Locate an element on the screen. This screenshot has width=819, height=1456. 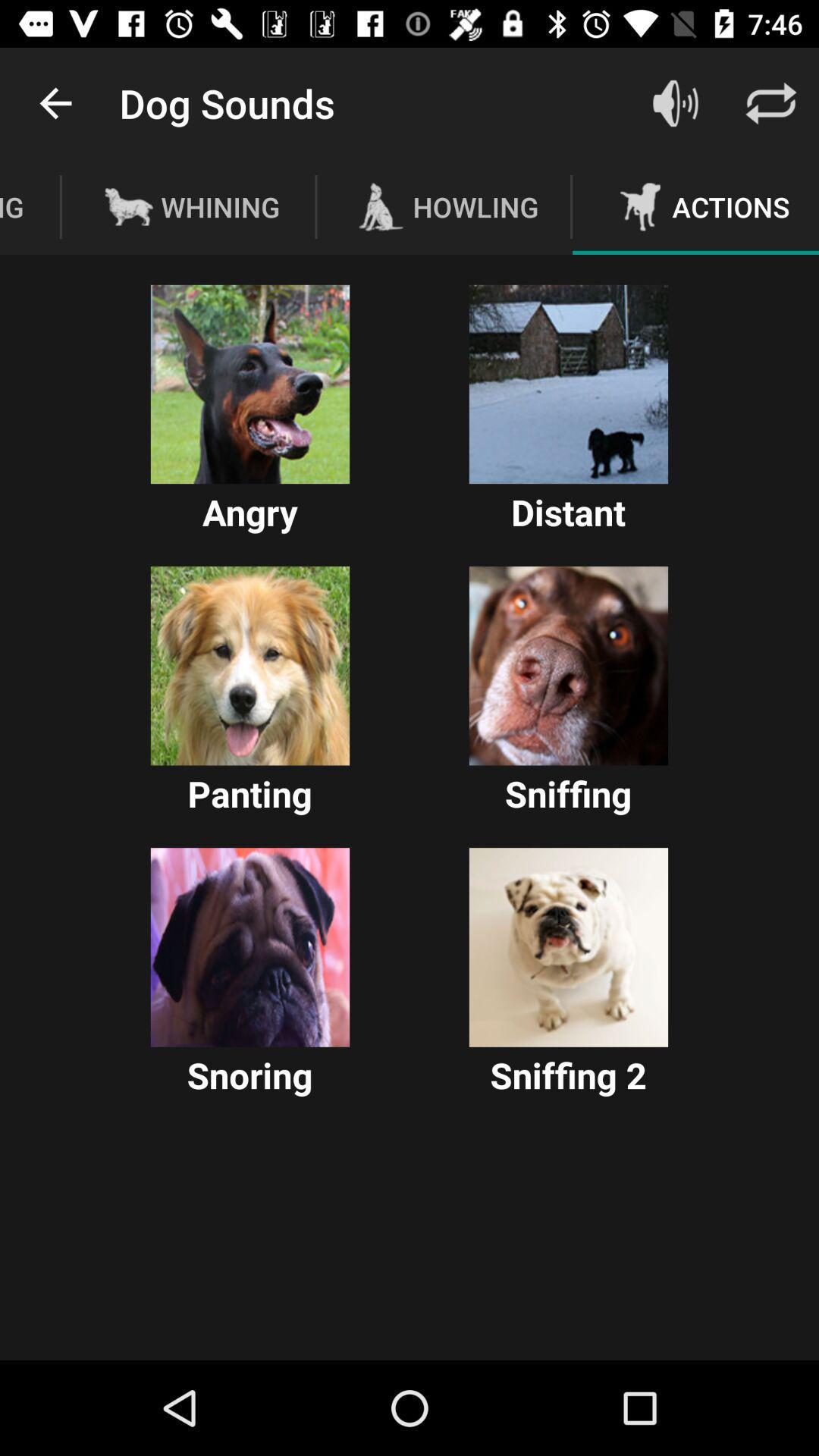
the icon above actions is located at coordinates (771, 102).